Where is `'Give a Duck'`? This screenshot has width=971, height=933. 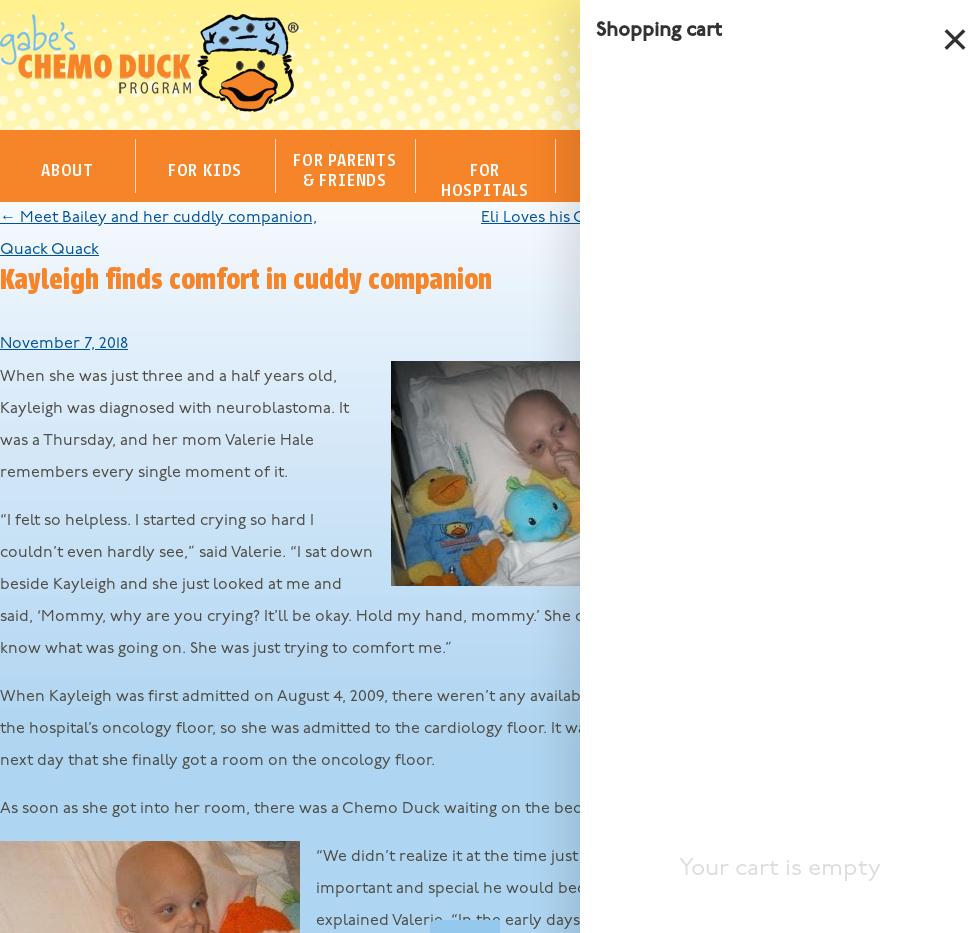 'Give a Duck' is located at coordinates (774, 491).